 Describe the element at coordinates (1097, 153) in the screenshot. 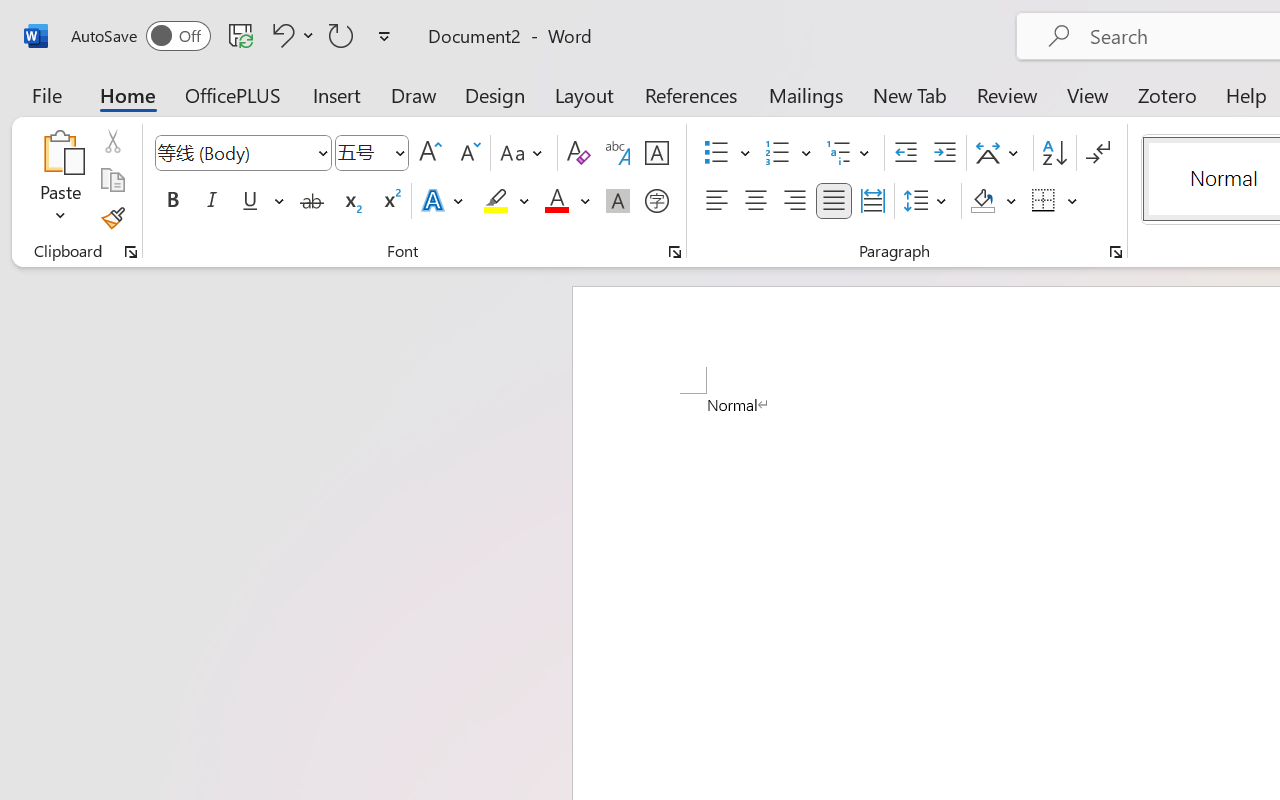

I see `'Show/Hide Editing Marks'` at that location.